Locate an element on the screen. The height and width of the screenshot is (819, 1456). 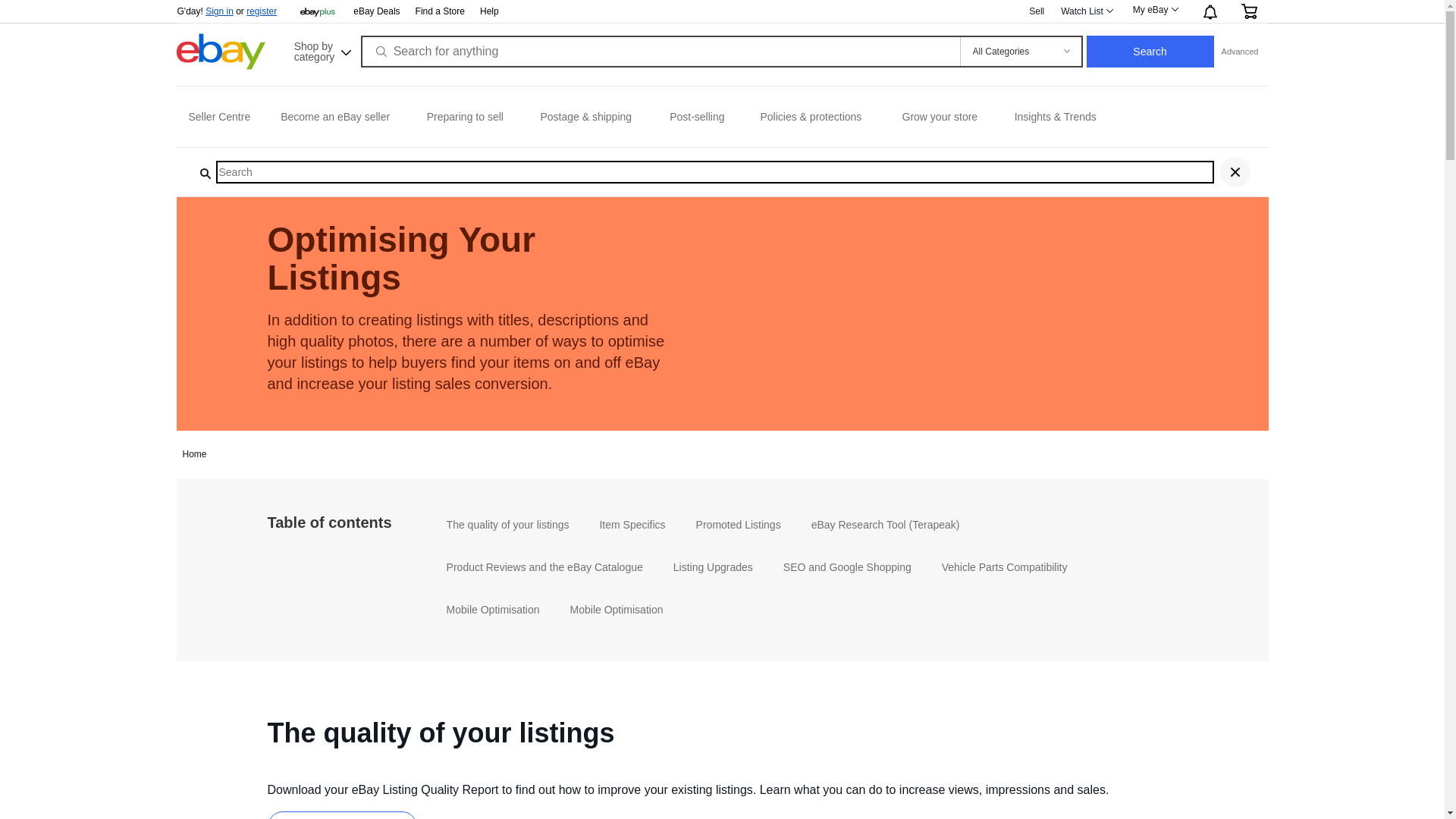
'Grow your store' is located at coordinates (939, 116).